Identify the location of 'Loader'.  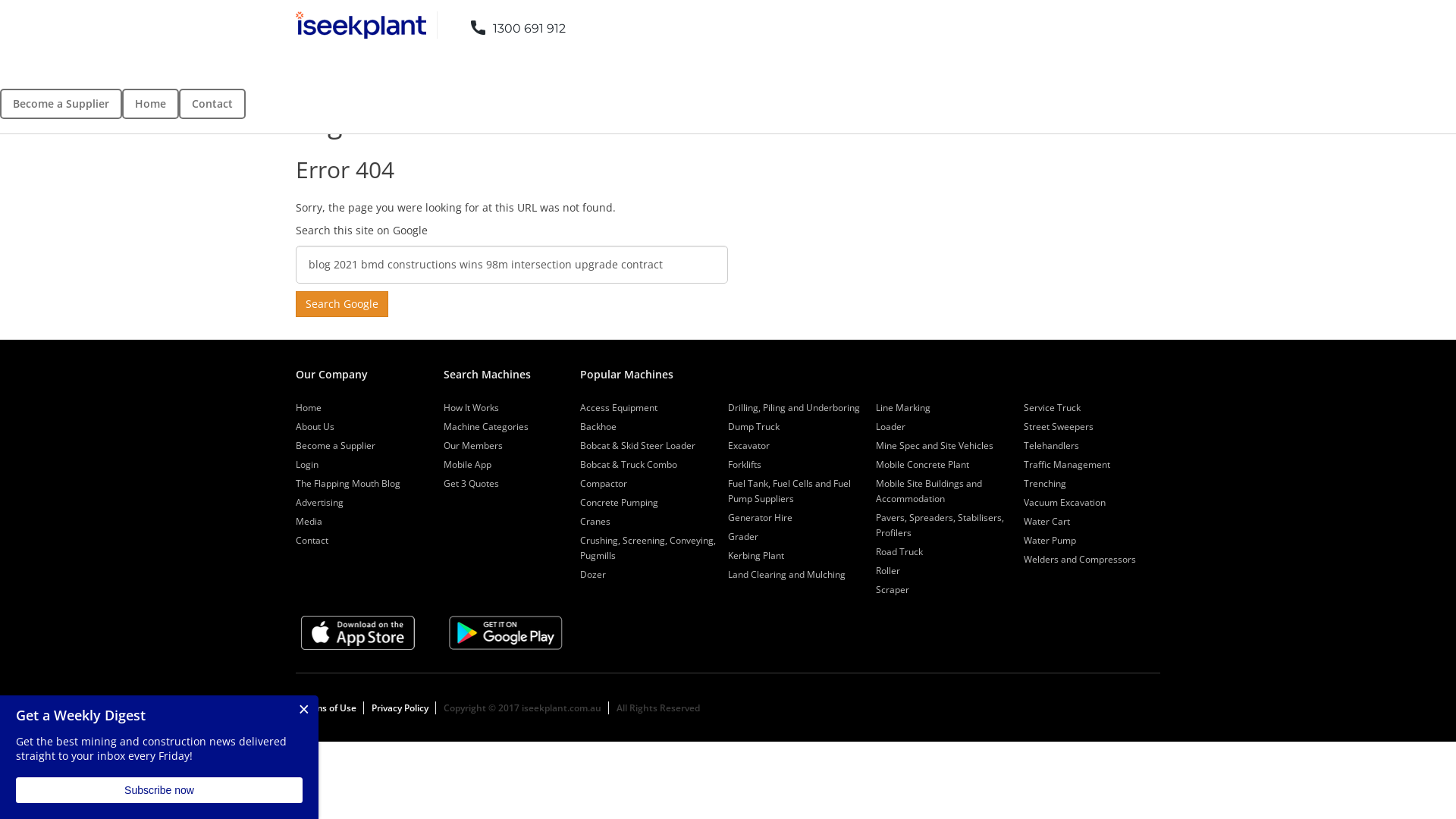
(876, 426).